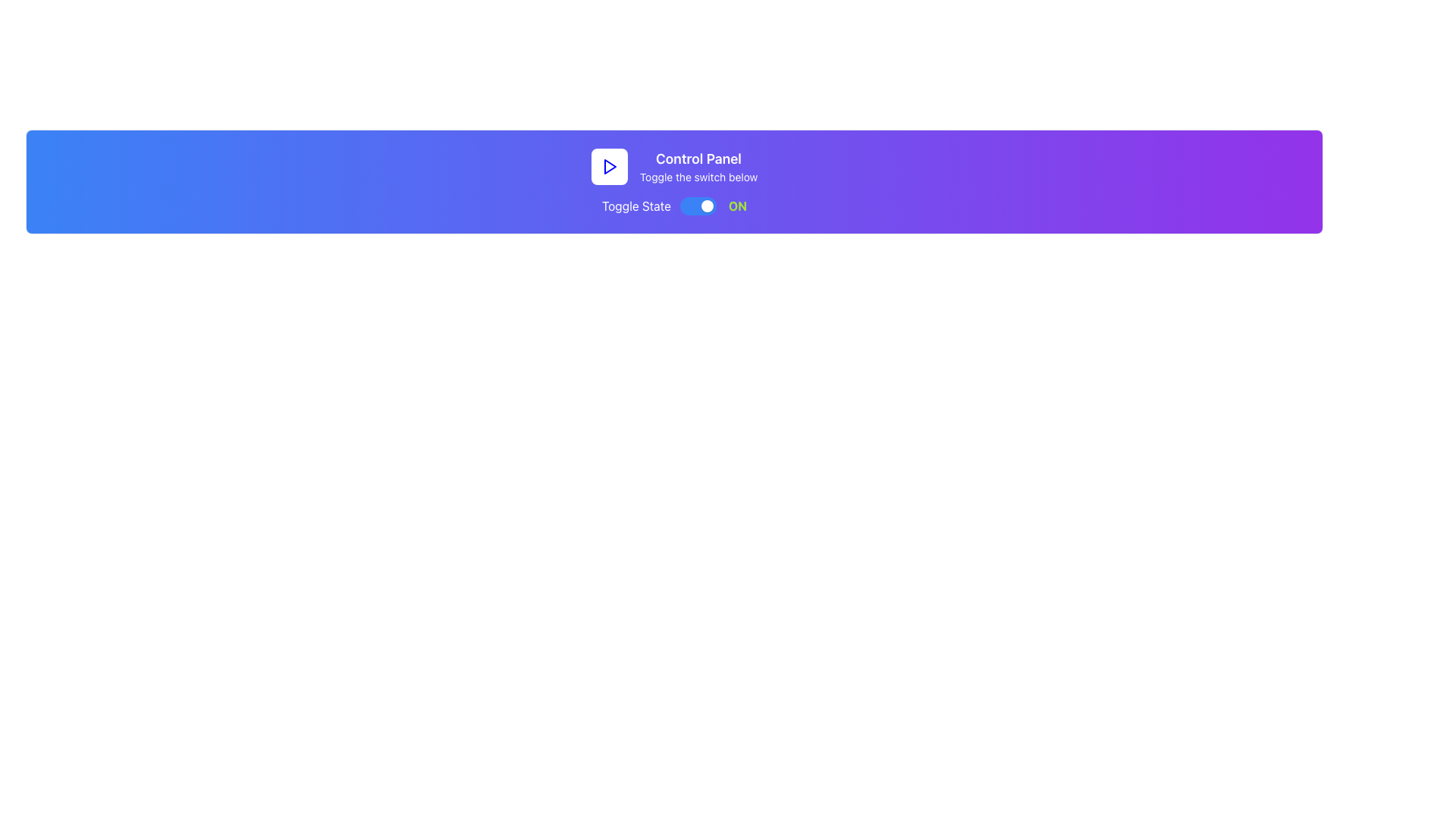 This screenshot has width=1456, height=819. What do you see at coordinates (609, 166) in the screenshot?
I see `the blue play icon, which is styled as a triangular shape pointing to the right and is located in the top left section of the header area within a white circular background` at bounding box center [609, 166].